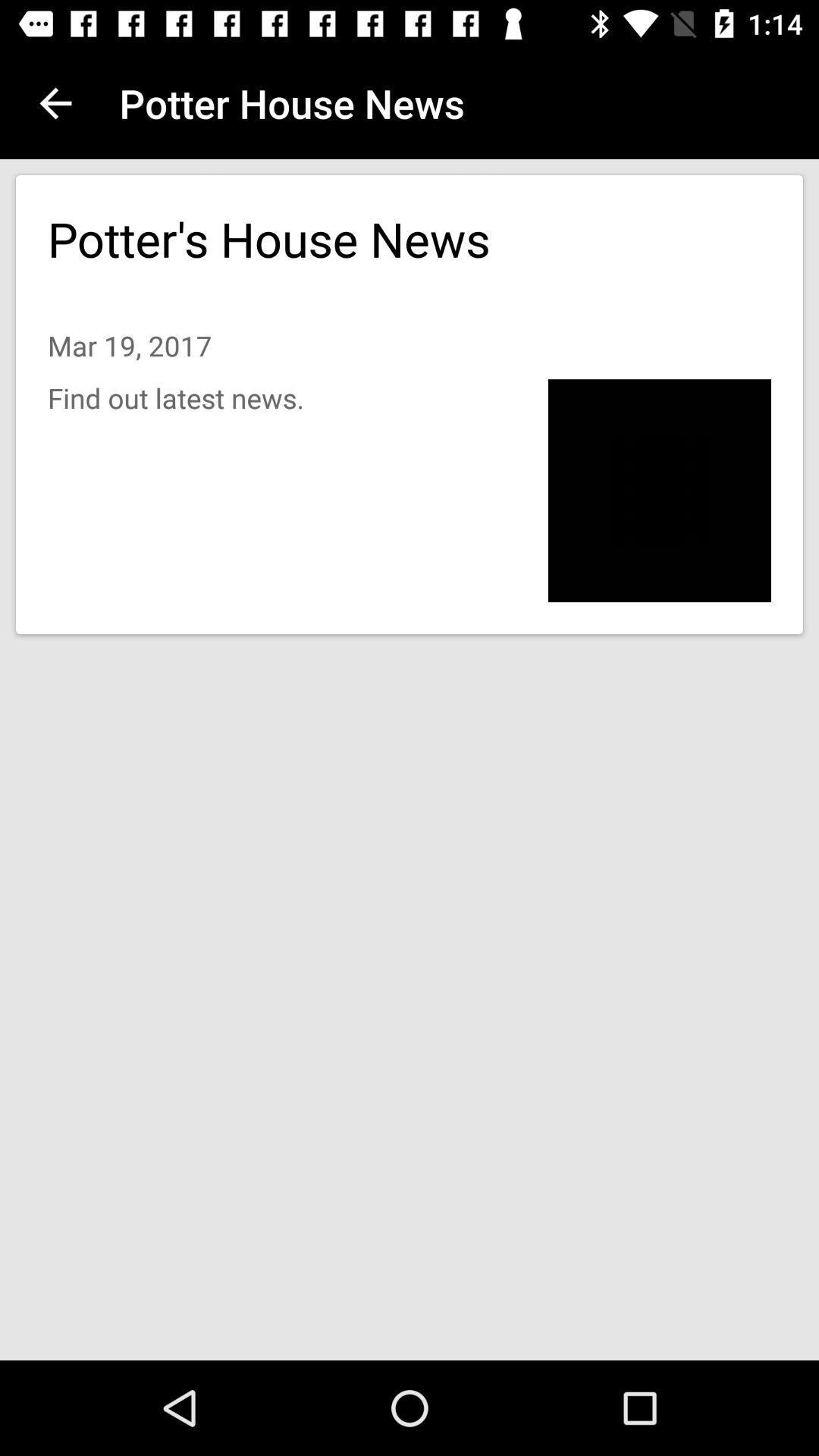  Describe the element at coordinates (55, 102) in the screenshot. I see `app to the left of potter house news icon` at that location.